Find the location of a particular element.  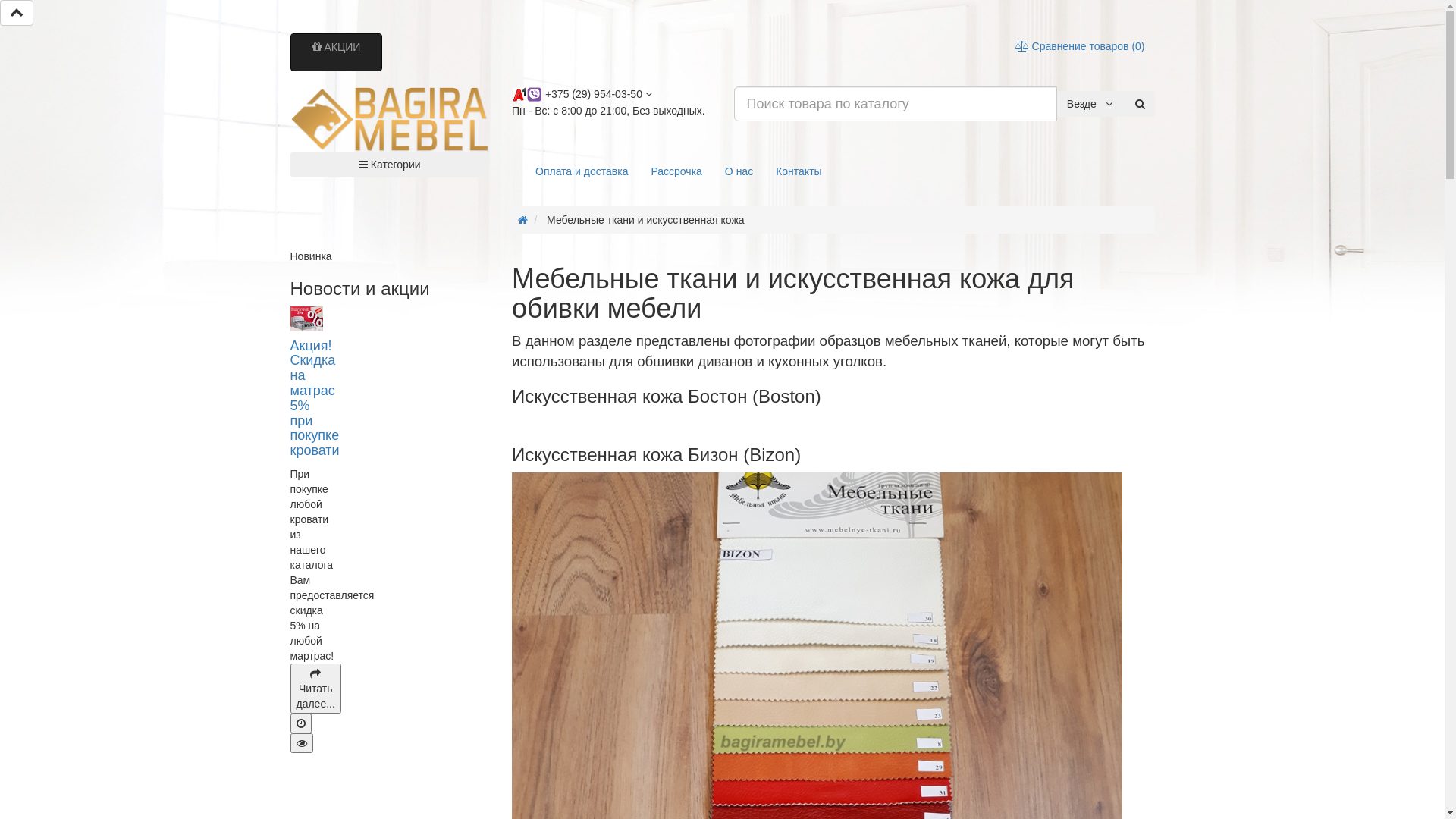

'17.04.2020 01:22' is located at coordinates (300, 722).